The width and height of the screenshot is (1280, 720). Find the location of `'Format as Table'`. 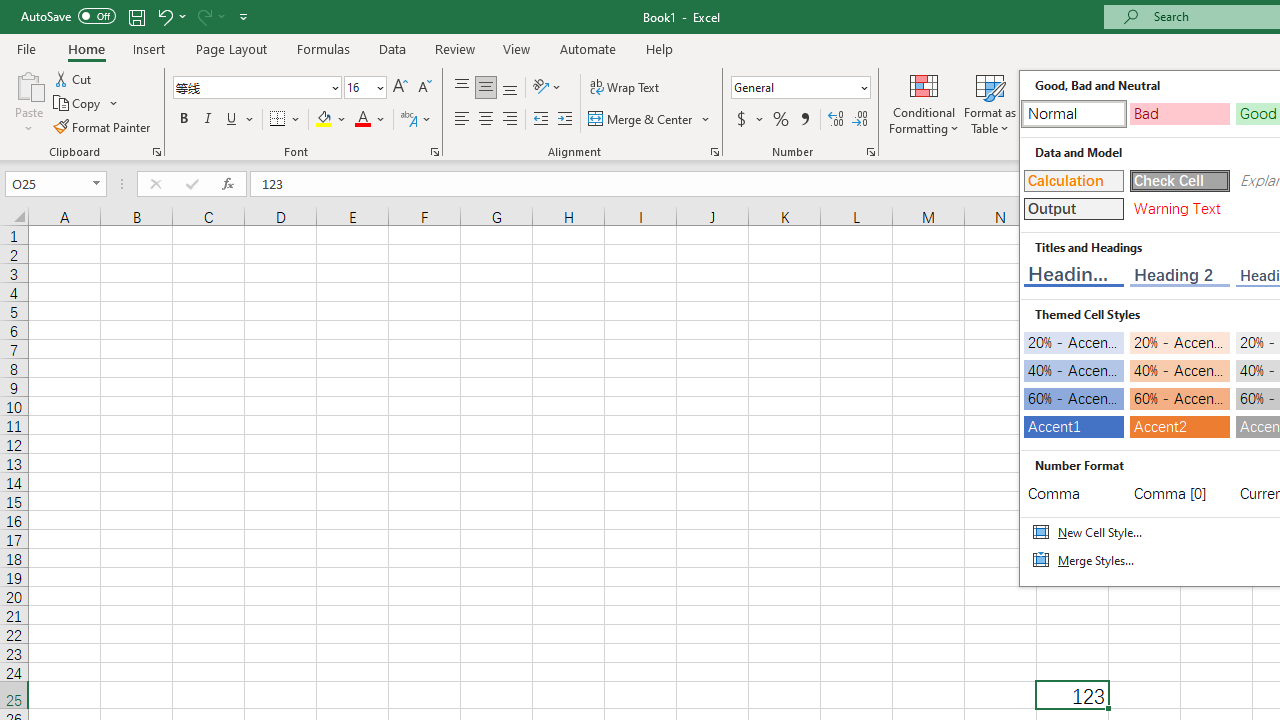

'Format as Table' is located at coordinates (990, 103).